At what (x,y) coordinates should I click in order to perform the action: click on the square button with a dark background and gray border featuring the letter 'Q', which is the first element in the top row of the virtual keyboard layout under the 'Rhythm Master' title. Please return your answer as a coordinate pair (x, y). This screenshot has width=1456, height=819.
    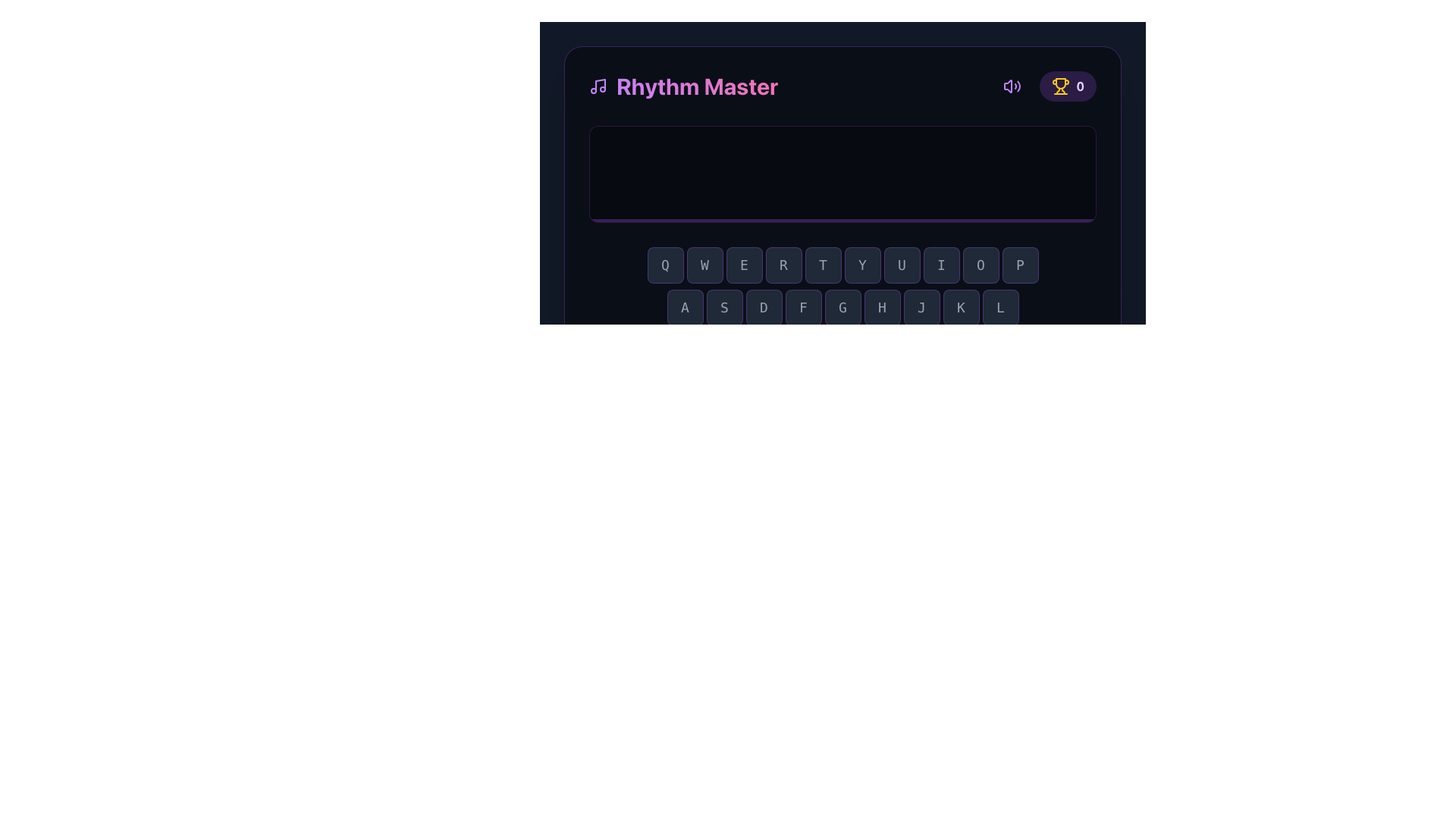
    Looking at the image, I should click on (665, 265).